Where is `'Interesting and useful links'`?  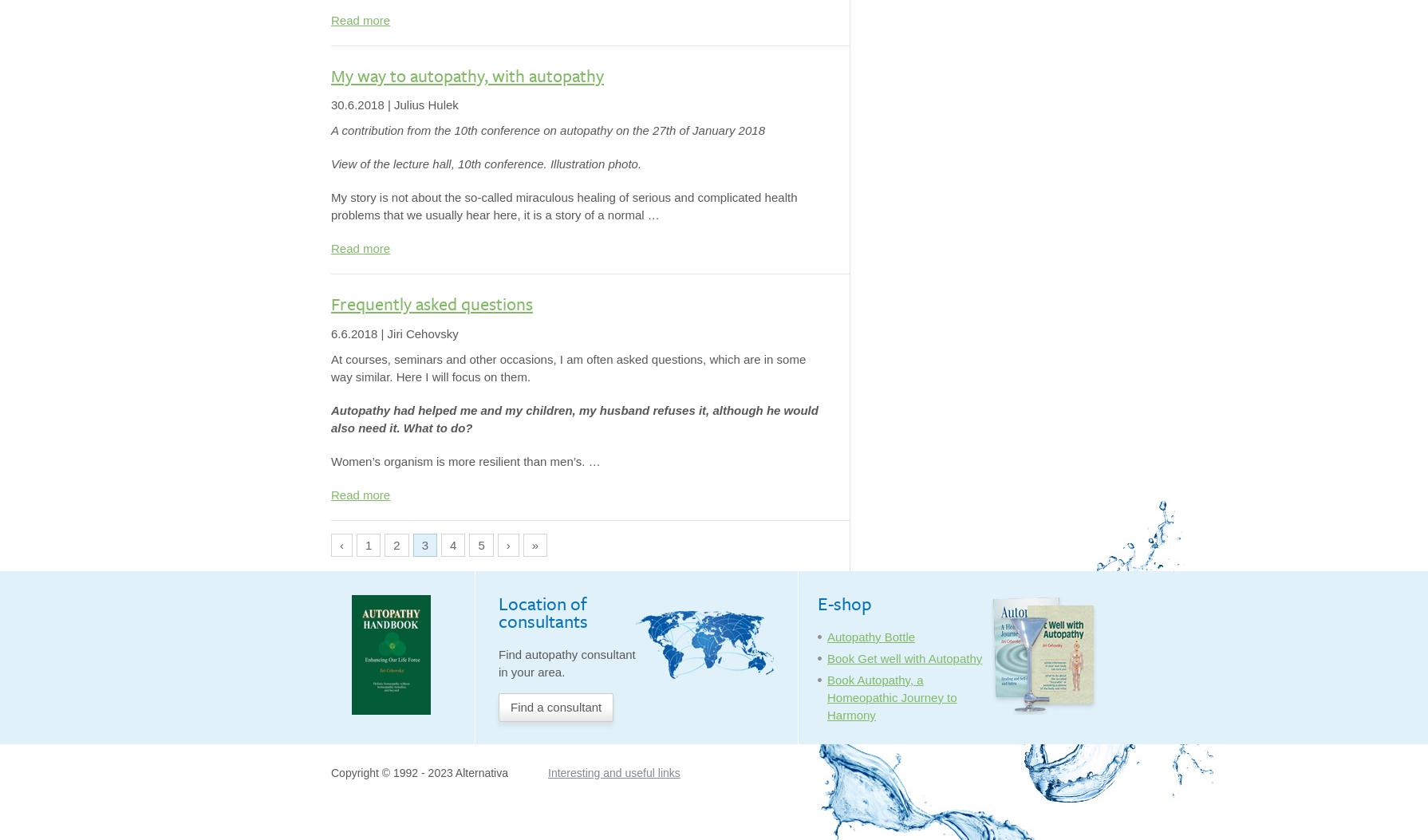
'Interesting and useful links' is located at coordinates (613, 772).